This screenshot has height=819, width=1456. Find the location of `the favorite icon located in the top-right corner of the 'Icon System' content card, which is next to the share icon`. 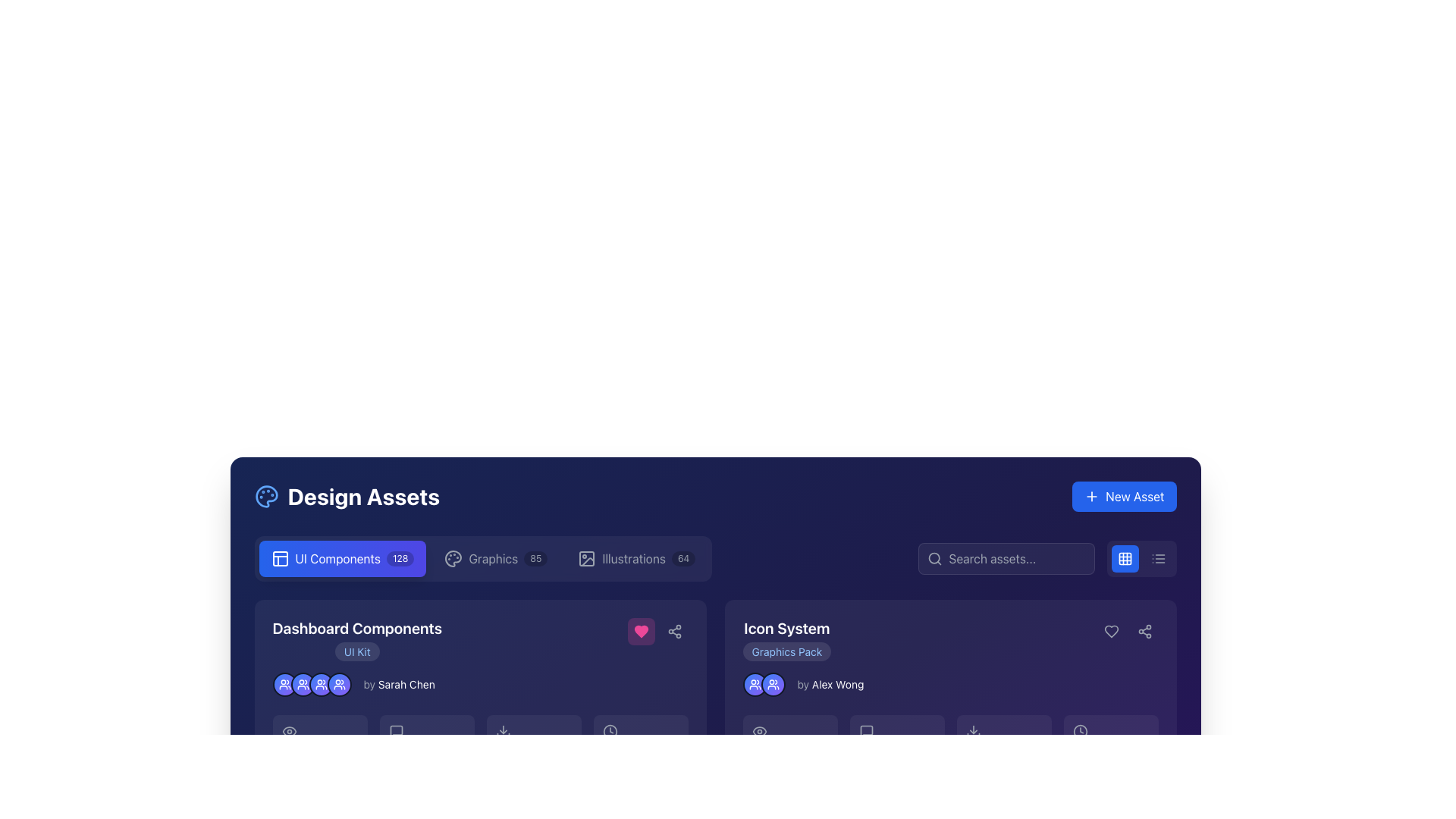

the favorite icon located in the top-right corner of the 'Icon System' content card, which is next to the share icon is located at coordinates (1111, 632).